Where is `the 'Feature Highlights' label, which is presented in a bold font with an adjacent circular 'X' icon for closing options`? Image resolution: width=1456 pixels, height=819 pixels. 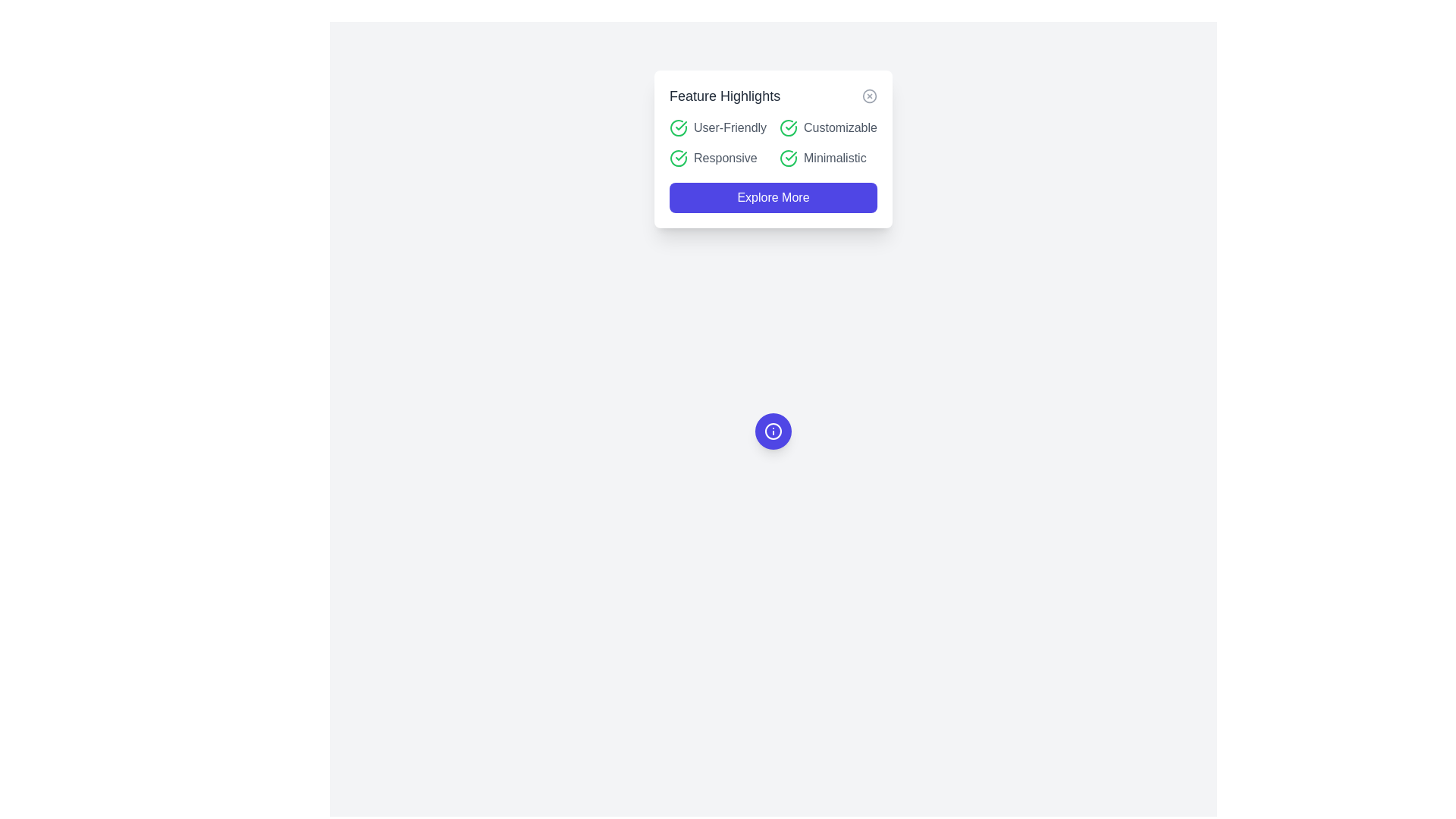
the 'Feature Highlights' label, which is presented in a bold font with an adjacent circular 'X' icon for closing options is located at coordinates (773, 96).